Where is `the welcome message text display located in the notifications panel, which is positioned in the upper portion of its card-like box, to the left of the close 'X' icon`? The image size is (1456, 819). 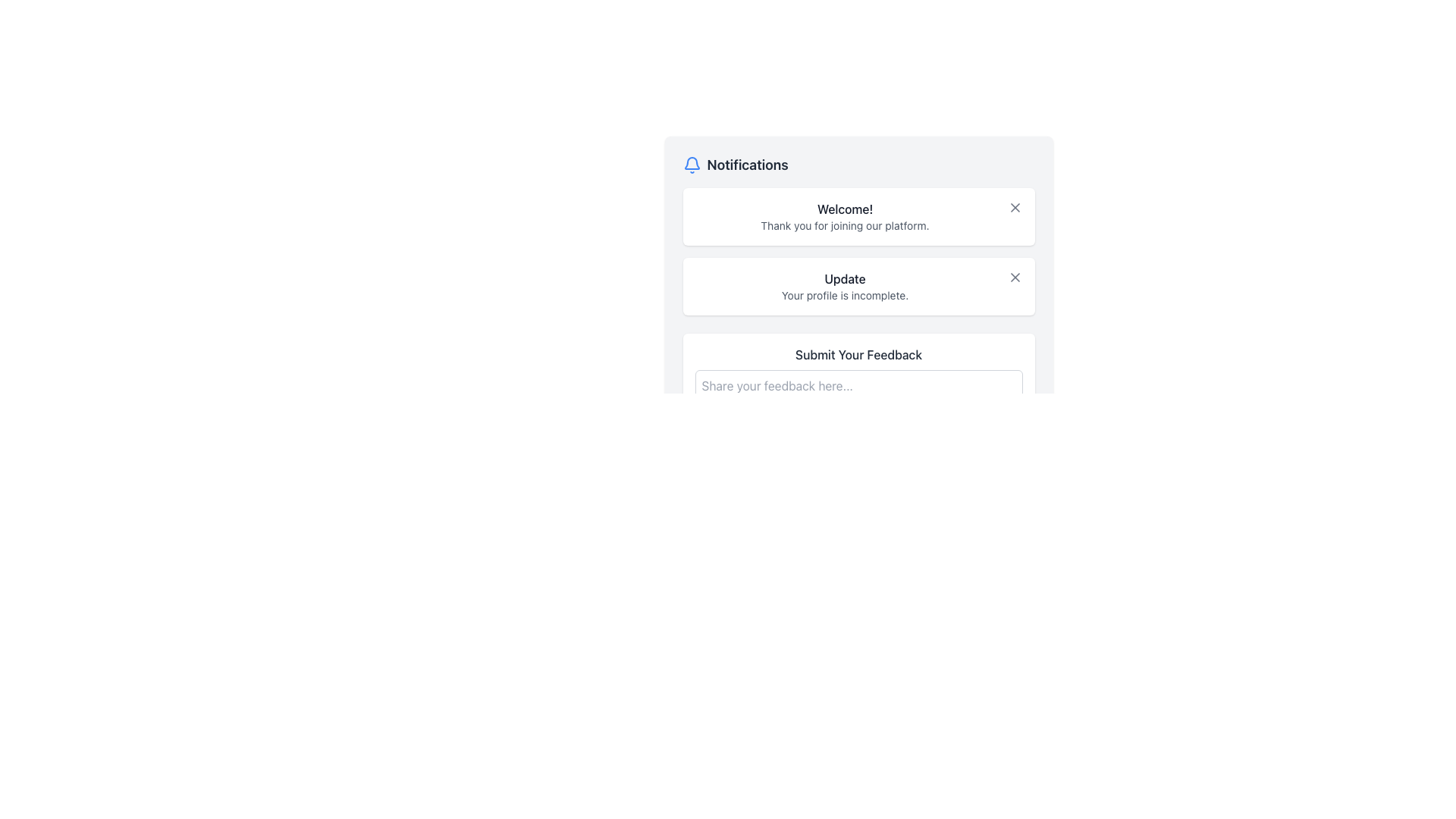
the welcome message text display located in the notifications panel, which is positioned in the upper portion of its card-like box, to the left of the close 'X' icon is located at coordinates (844, 216).